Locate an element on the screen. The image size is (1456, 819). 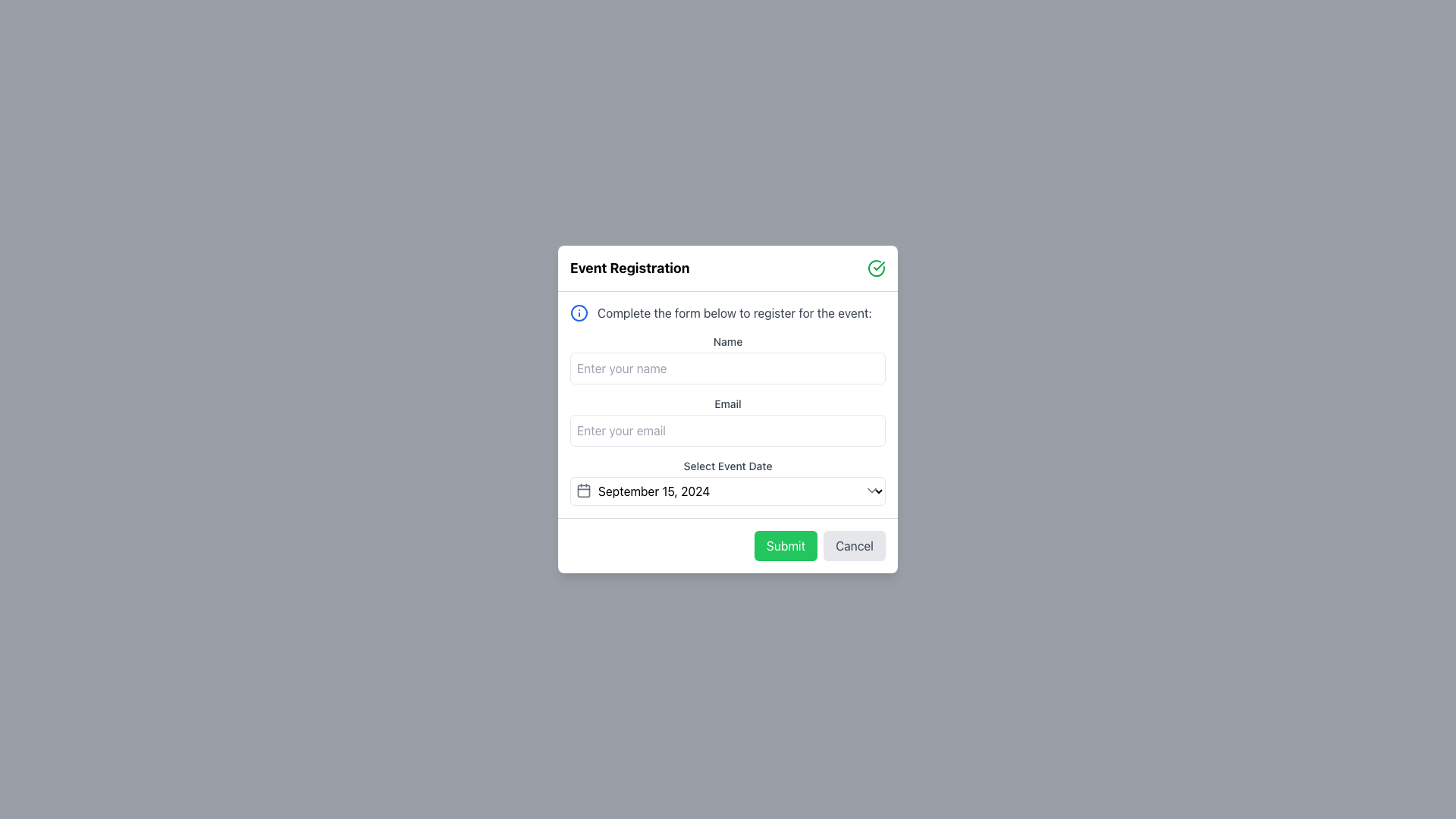
the name input field in the Event Registration form to type in the user's name is located at coordinates (728, 403).